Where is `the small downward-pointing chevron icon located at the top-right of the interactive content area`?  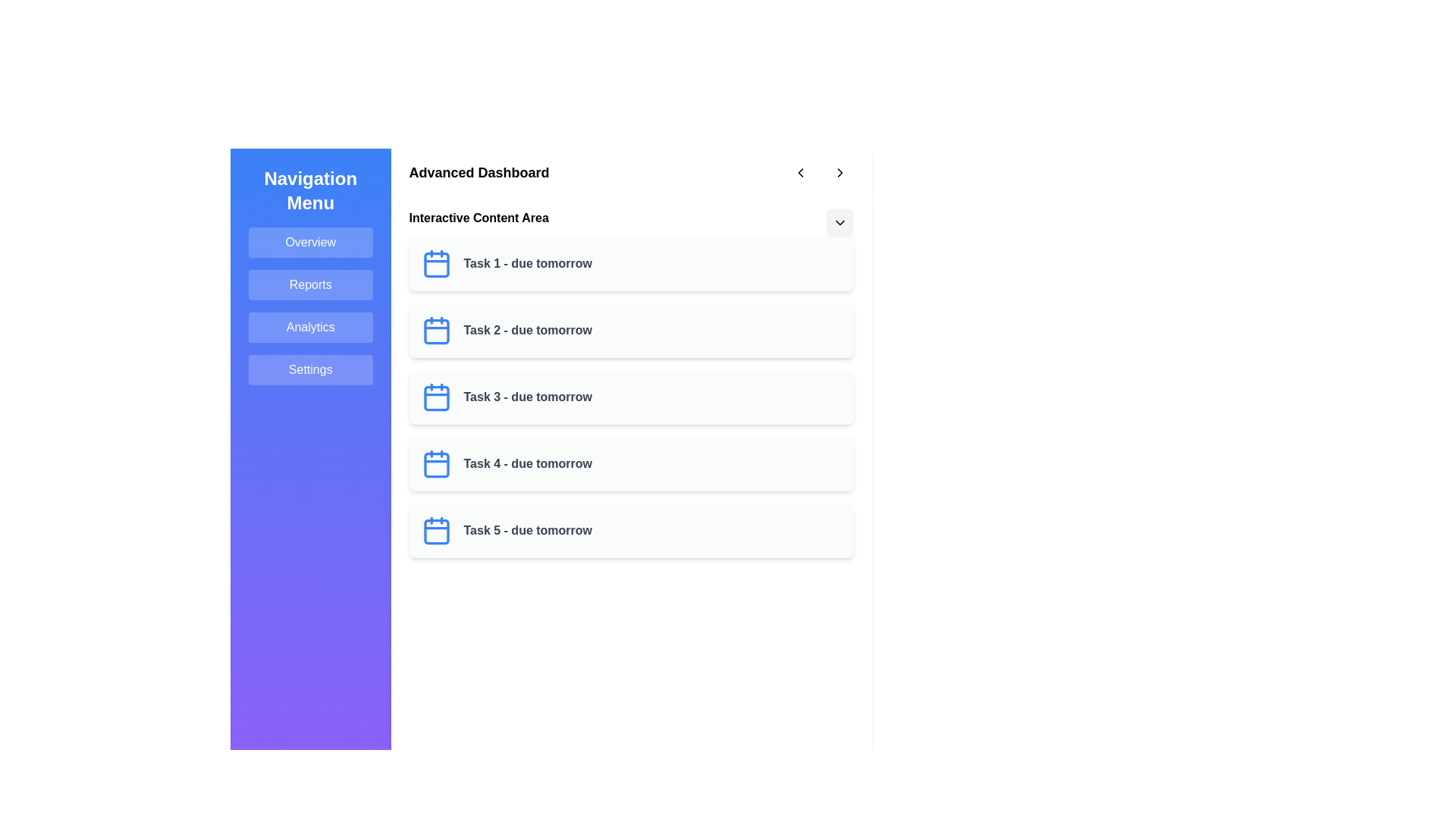 the small downward-pointing chevron icon located at the top-right of the interactive content area is located at coordinates (839, 222).